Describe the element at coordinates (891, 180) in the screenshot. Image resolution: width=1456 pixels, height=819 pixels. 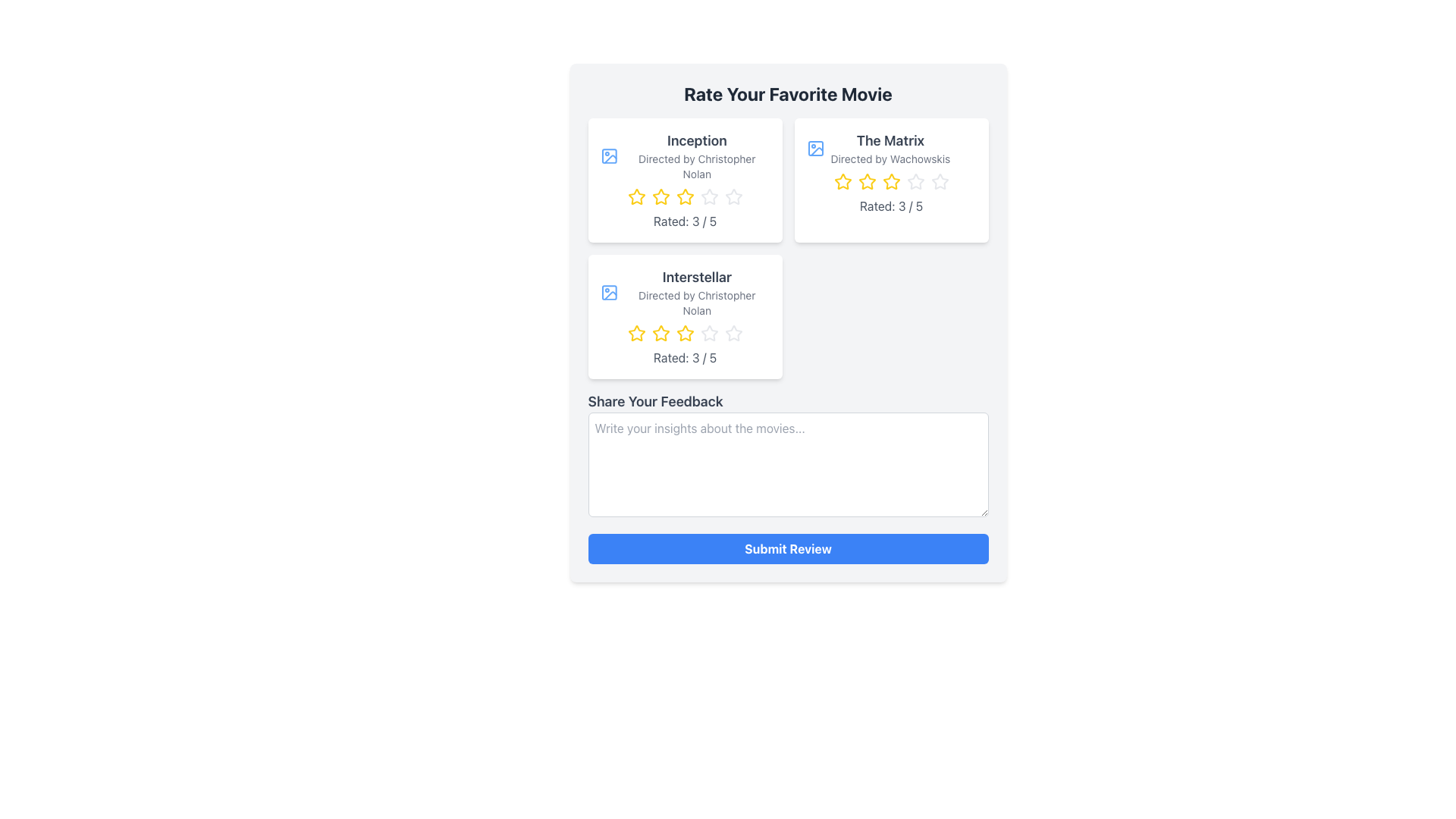
I see `a star in the 'The Matrix' movie card to rate the movie, which is the second card under the 'Rate Your Favorite Movie' section` at that location.